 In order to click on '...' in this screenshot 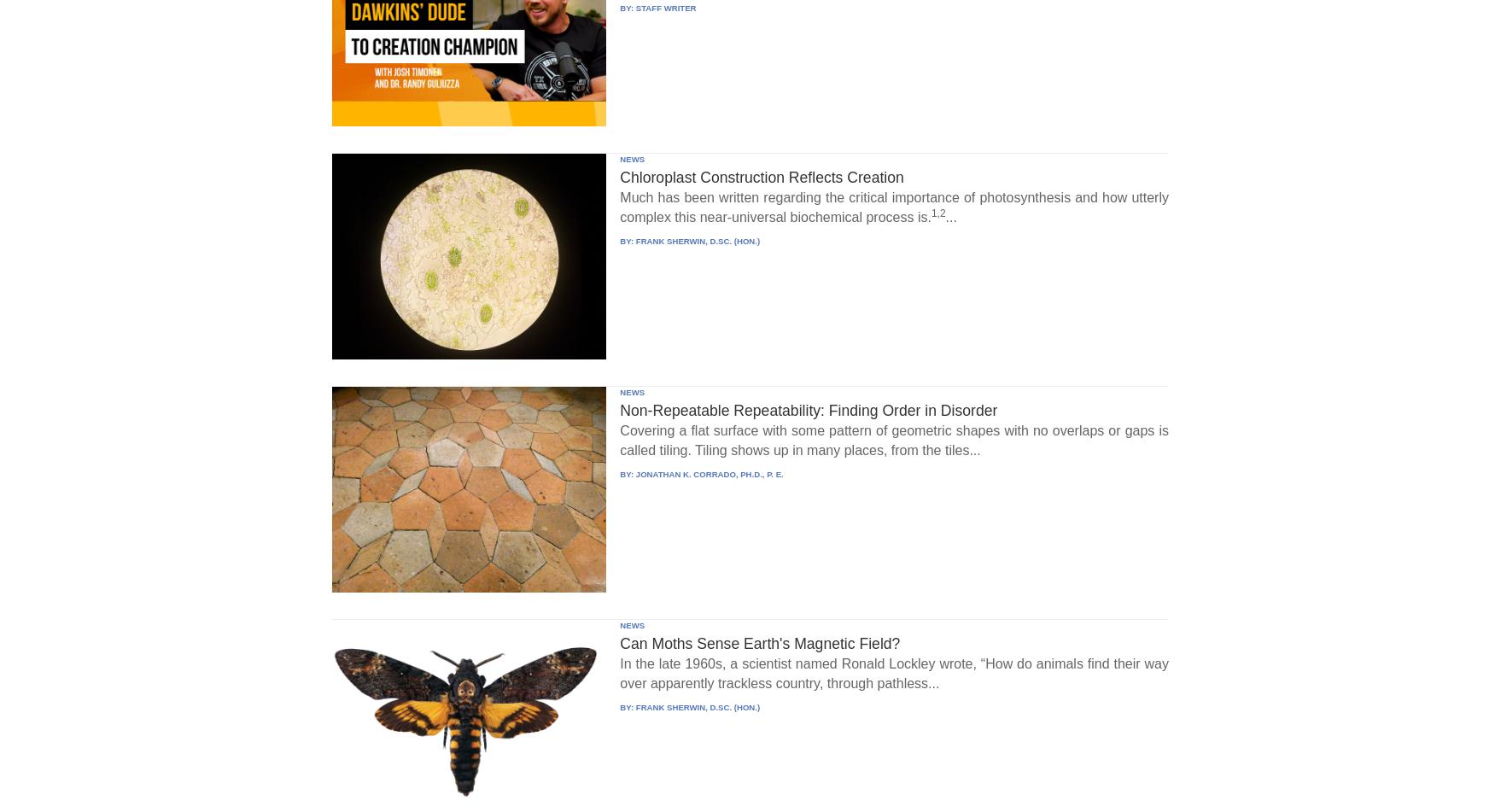, I will do `click(949, 216)`.